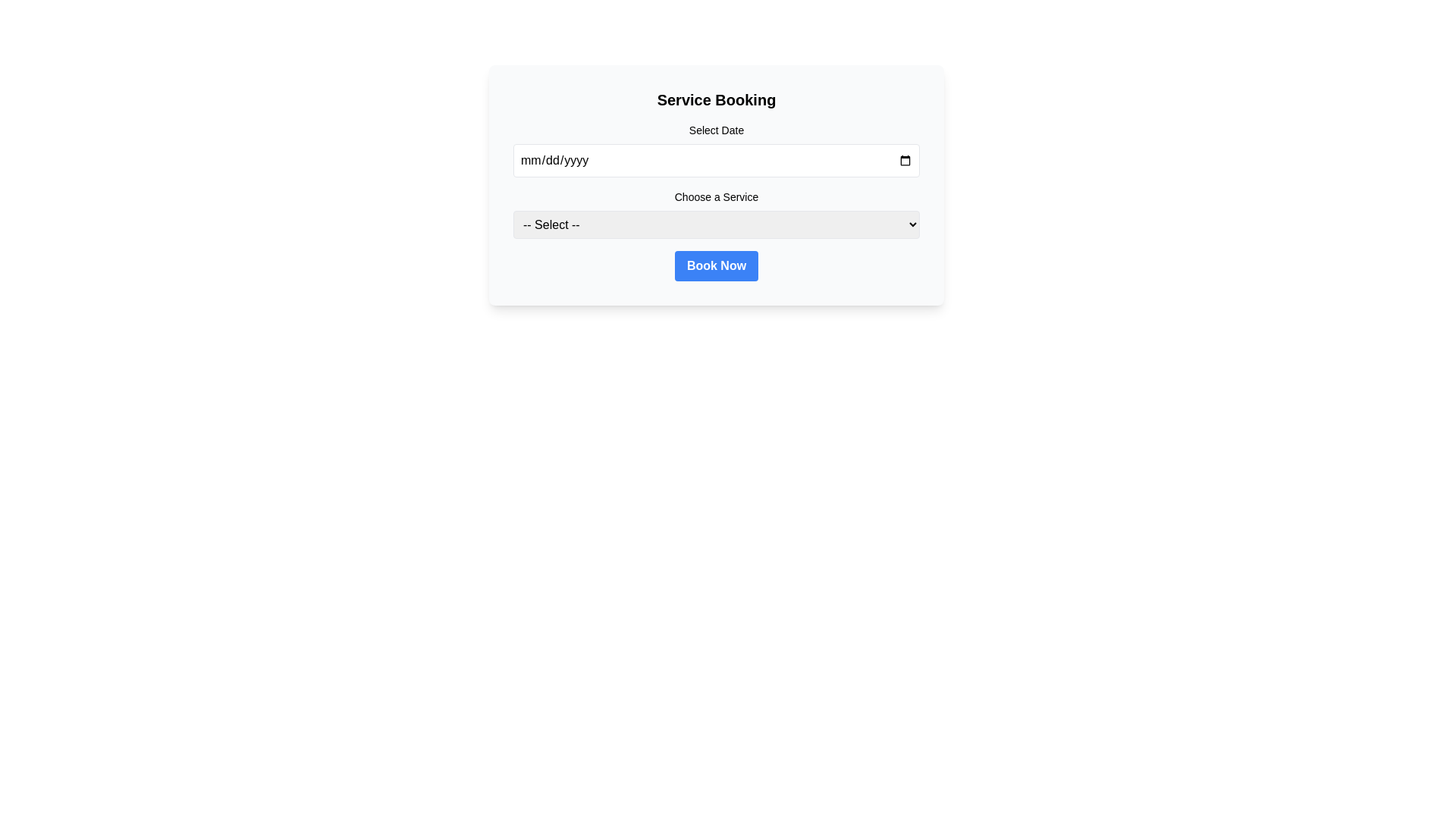  What do you see at coordinates (716, 196) in the screenshot?
I see `the label that provides a description for the dropdown menu labeled '-- Select --', positioned directly above it` at bounding box center [716, 196].